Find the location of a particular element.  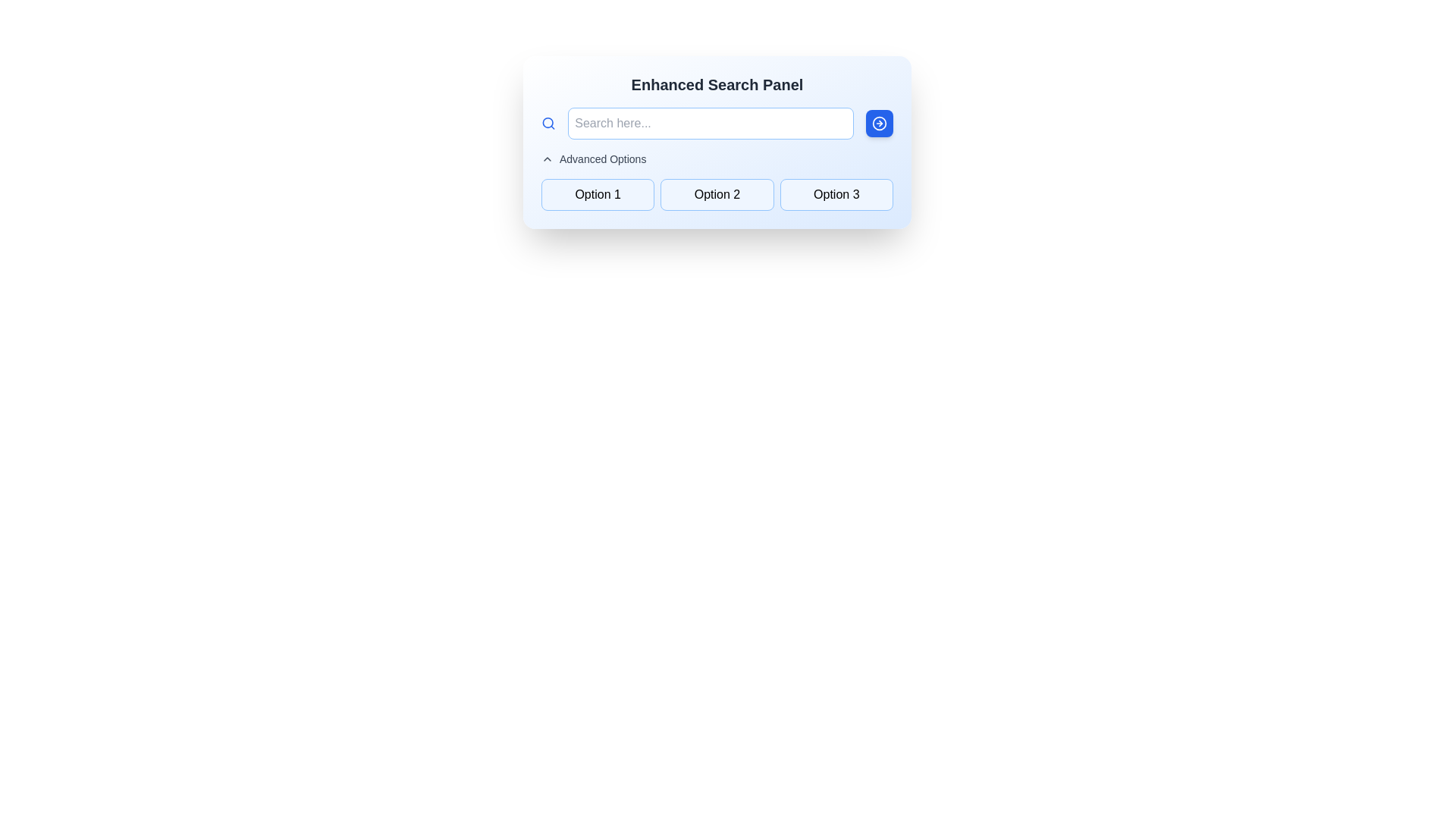

the circular part of the search icon in the Enhanced Search Panel, which is recognized as a decorative graphic aiding the search feature is located at coordinates (547, 122).